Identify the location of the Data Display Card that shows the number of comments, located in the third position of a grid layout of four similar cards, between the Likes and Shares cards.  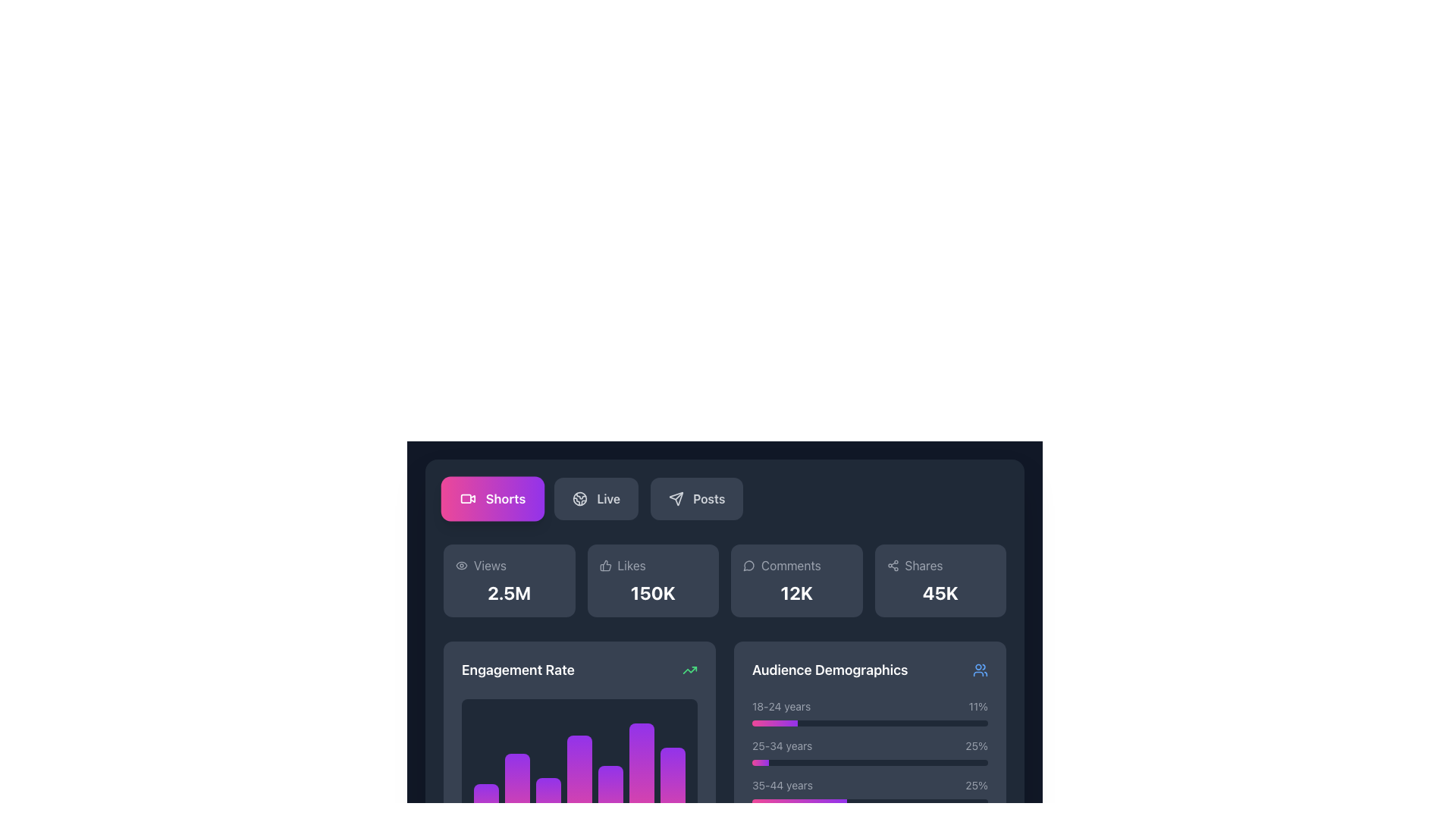
(795, 580).